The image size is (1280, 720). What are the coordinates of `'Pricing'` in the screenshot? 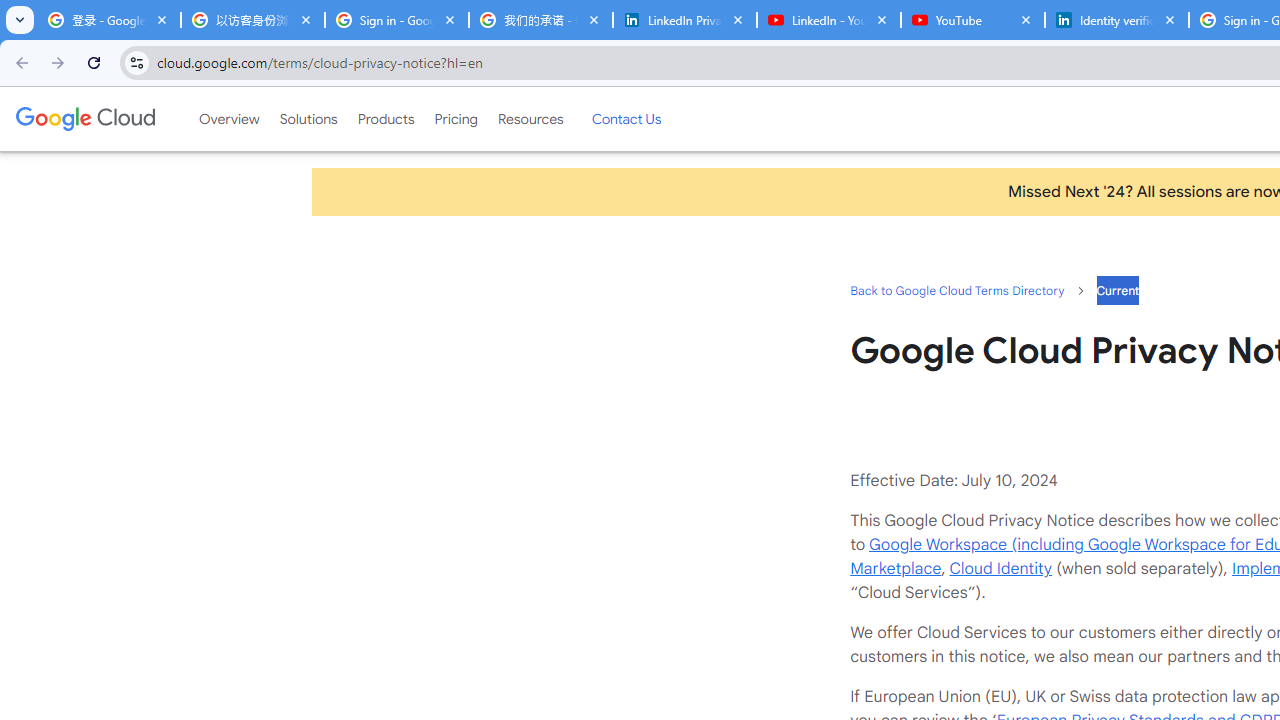 It's located at (454, 119).